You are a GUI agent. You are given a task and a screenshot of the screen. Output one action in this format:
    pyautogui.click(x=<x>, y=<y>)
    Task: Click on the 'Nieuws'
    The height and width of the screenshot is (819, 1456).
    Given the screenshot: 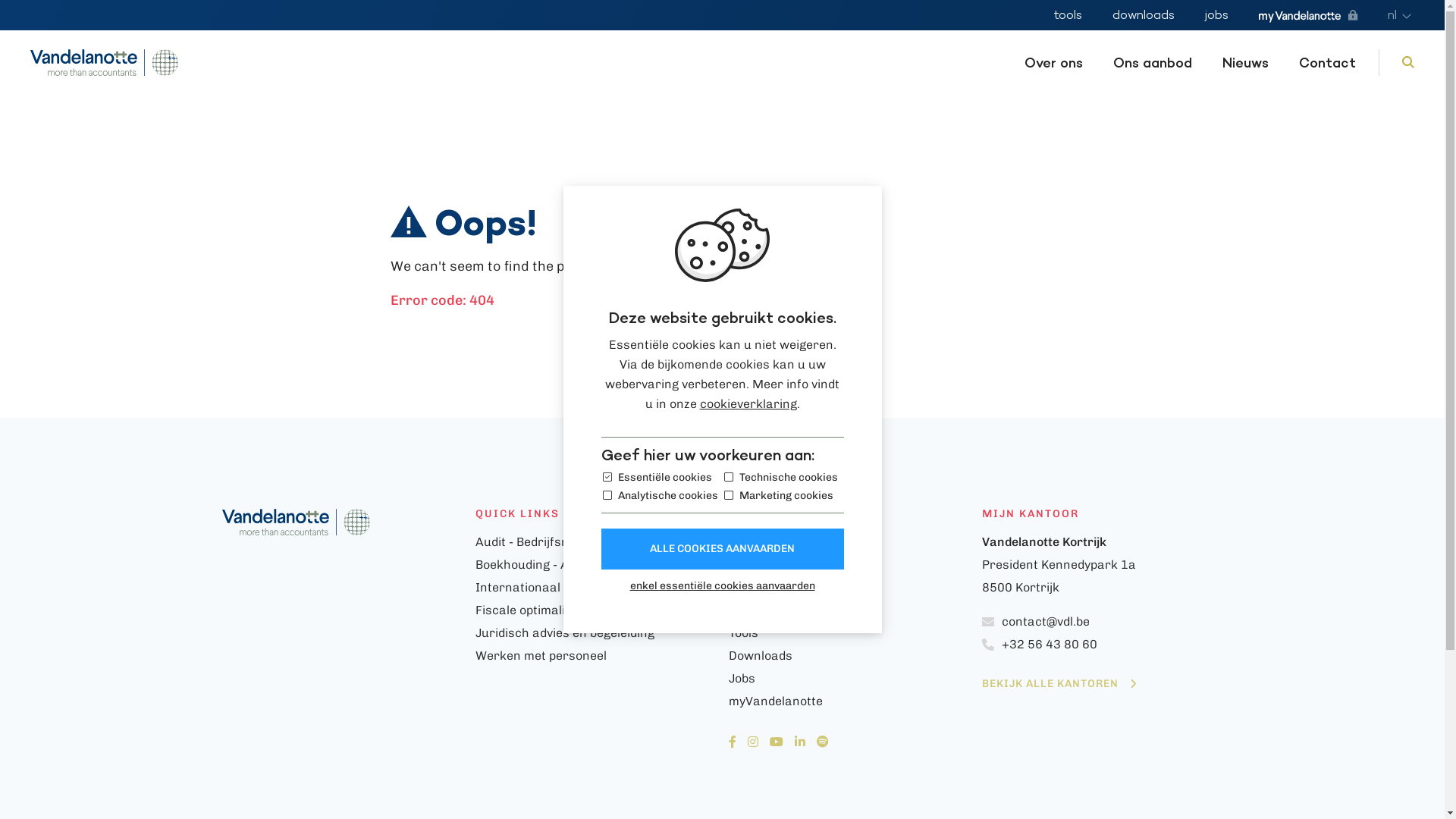 What is the action you would take?
    pyautogui.click(x=1245, y=61)
    